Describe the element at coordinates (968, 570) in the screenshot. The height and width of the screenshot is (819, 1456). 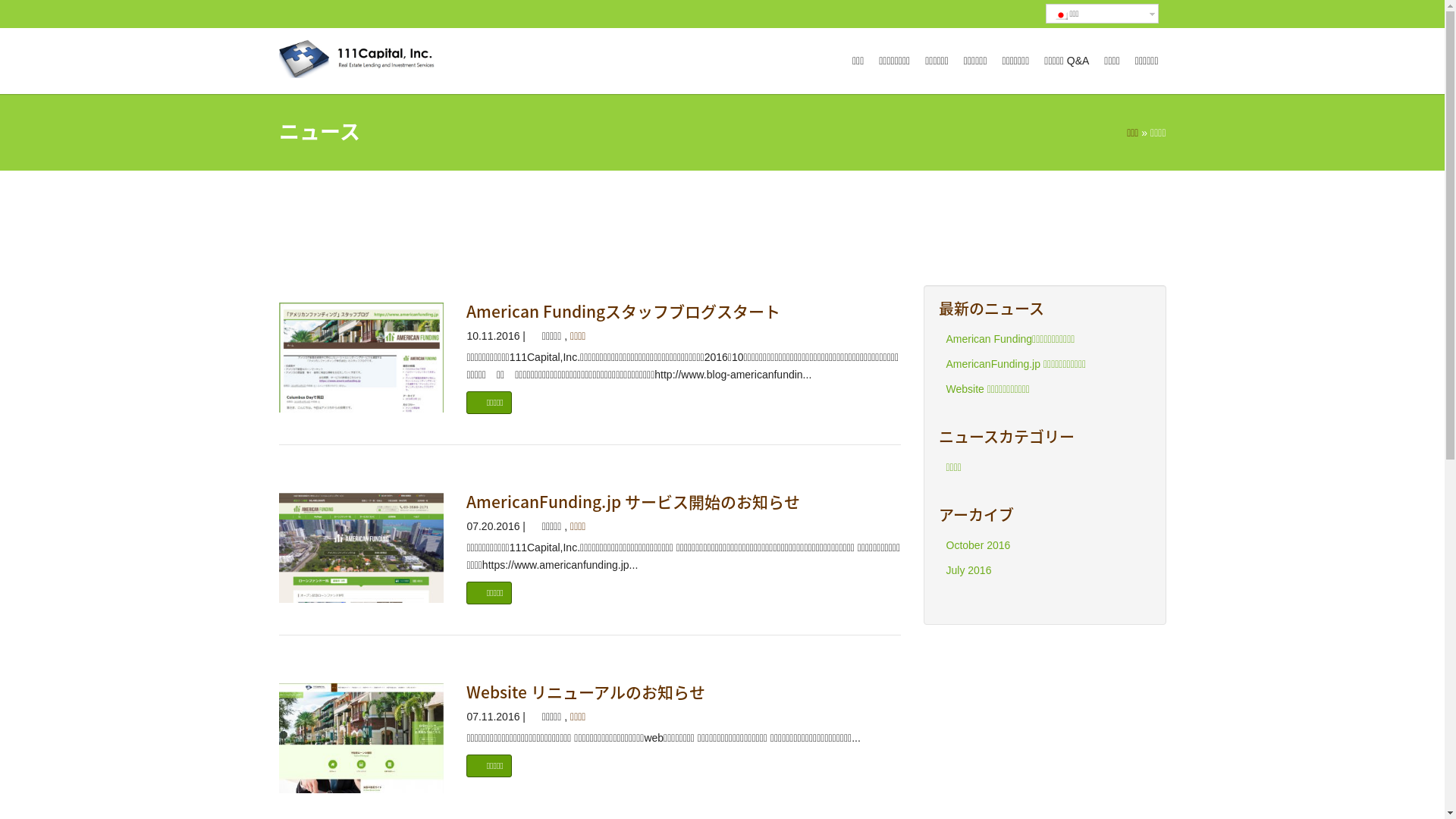
I see `'July 2016'` at that location.